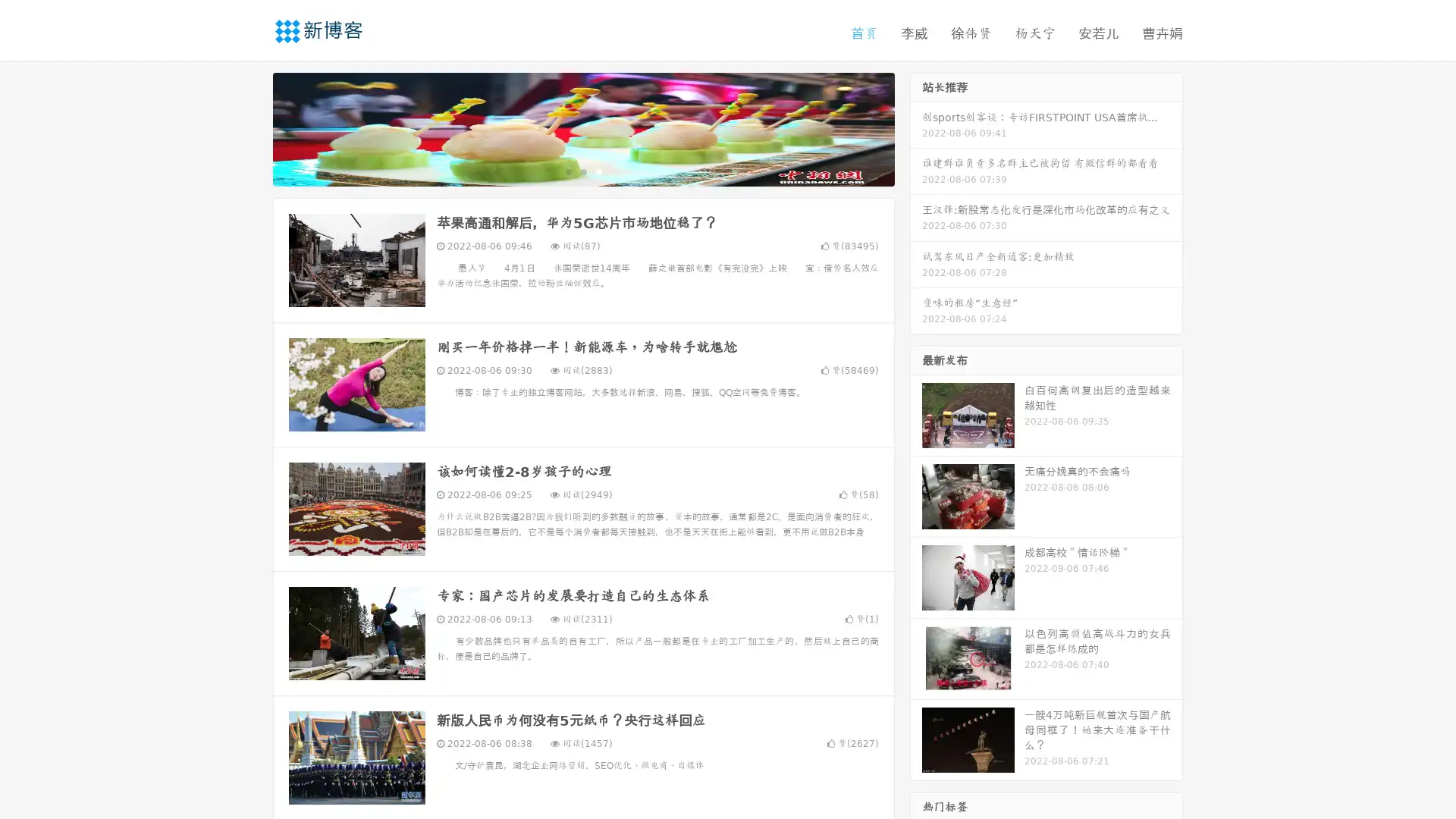 This screenshot has height=819, width=1456. What do you see at coordinates (916, 127) in the screenshot?
I see `Next slide` at bounding box center [916, 127].